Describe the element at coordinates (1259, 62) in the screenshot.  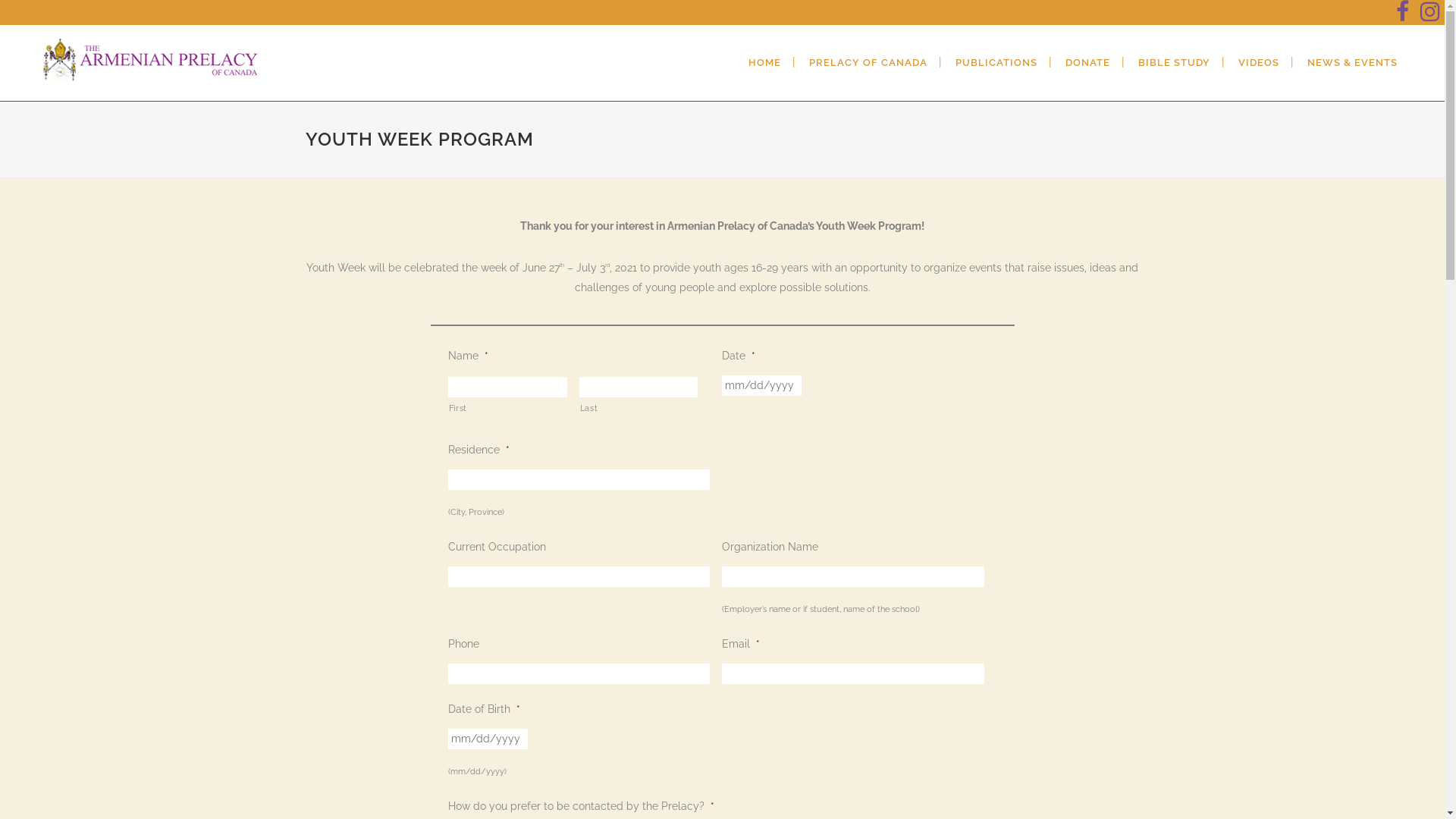
I see `'VIDEOS'` at that location.